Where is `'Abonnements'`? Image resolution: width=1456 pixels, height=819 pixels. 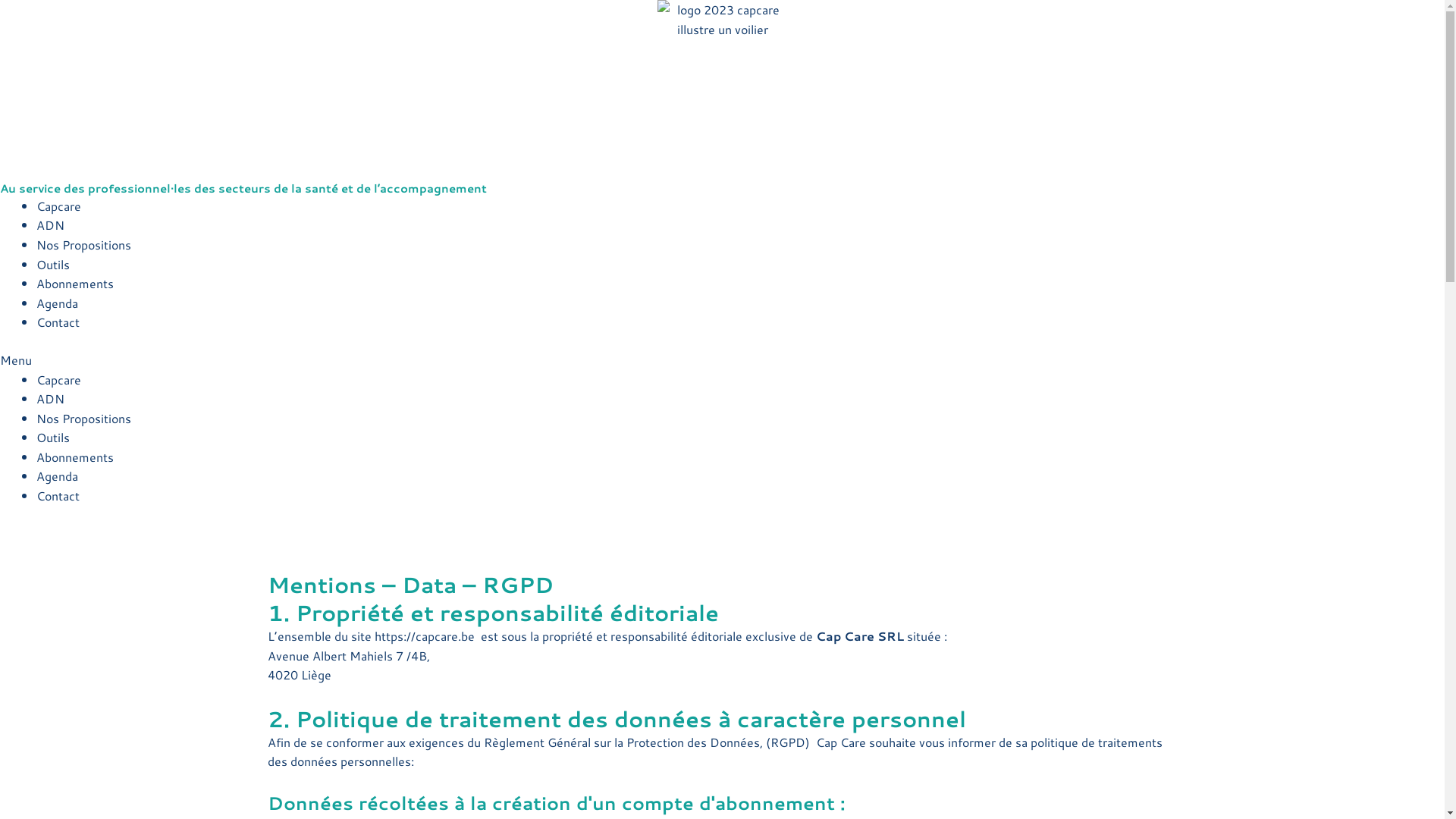 'Abonnements' is located at coordinates (36, 283).